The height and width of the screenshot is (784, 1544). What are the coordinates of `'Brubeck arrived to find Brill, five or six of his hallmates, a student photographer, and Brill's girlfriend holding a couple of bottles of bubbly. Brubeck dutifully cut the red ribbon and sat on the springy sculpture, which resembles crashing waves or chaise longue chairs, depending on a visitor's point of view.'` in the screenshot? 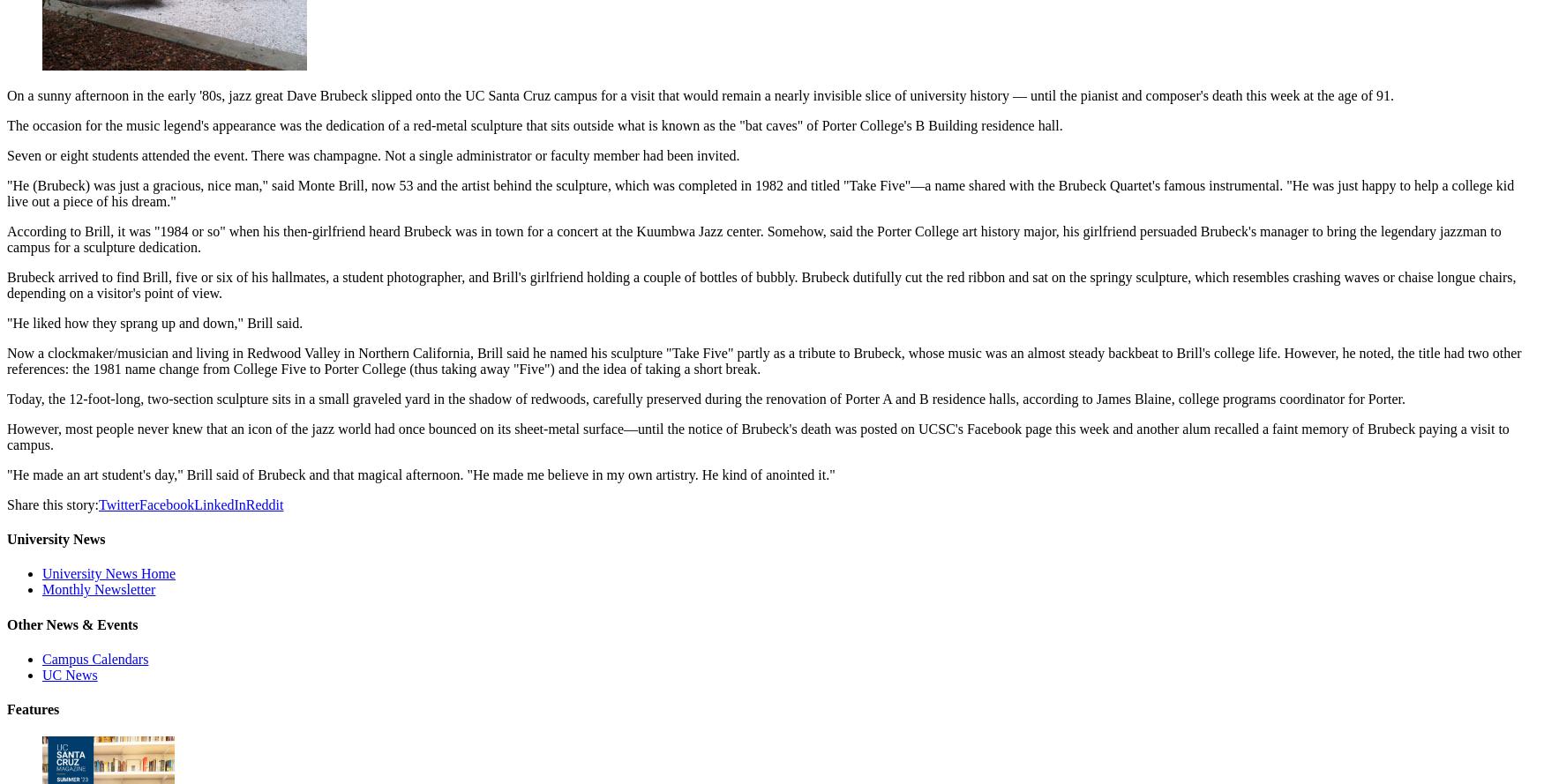 It's located at (6, 283).